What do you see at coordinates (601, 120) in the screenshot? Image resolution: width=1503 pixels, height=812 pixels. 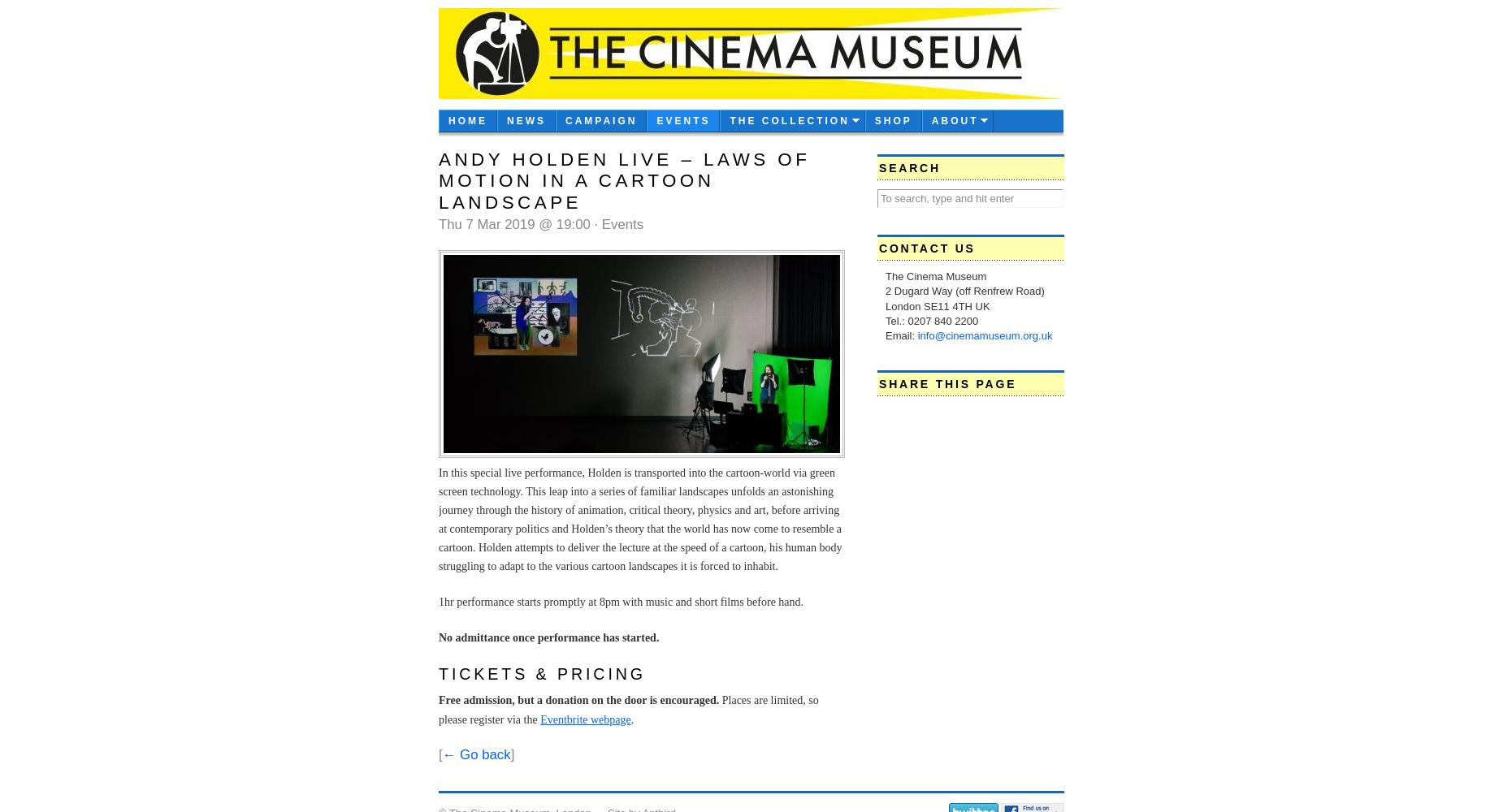 I see `'CAMPAIGN'` at bounding box center [601, 120].